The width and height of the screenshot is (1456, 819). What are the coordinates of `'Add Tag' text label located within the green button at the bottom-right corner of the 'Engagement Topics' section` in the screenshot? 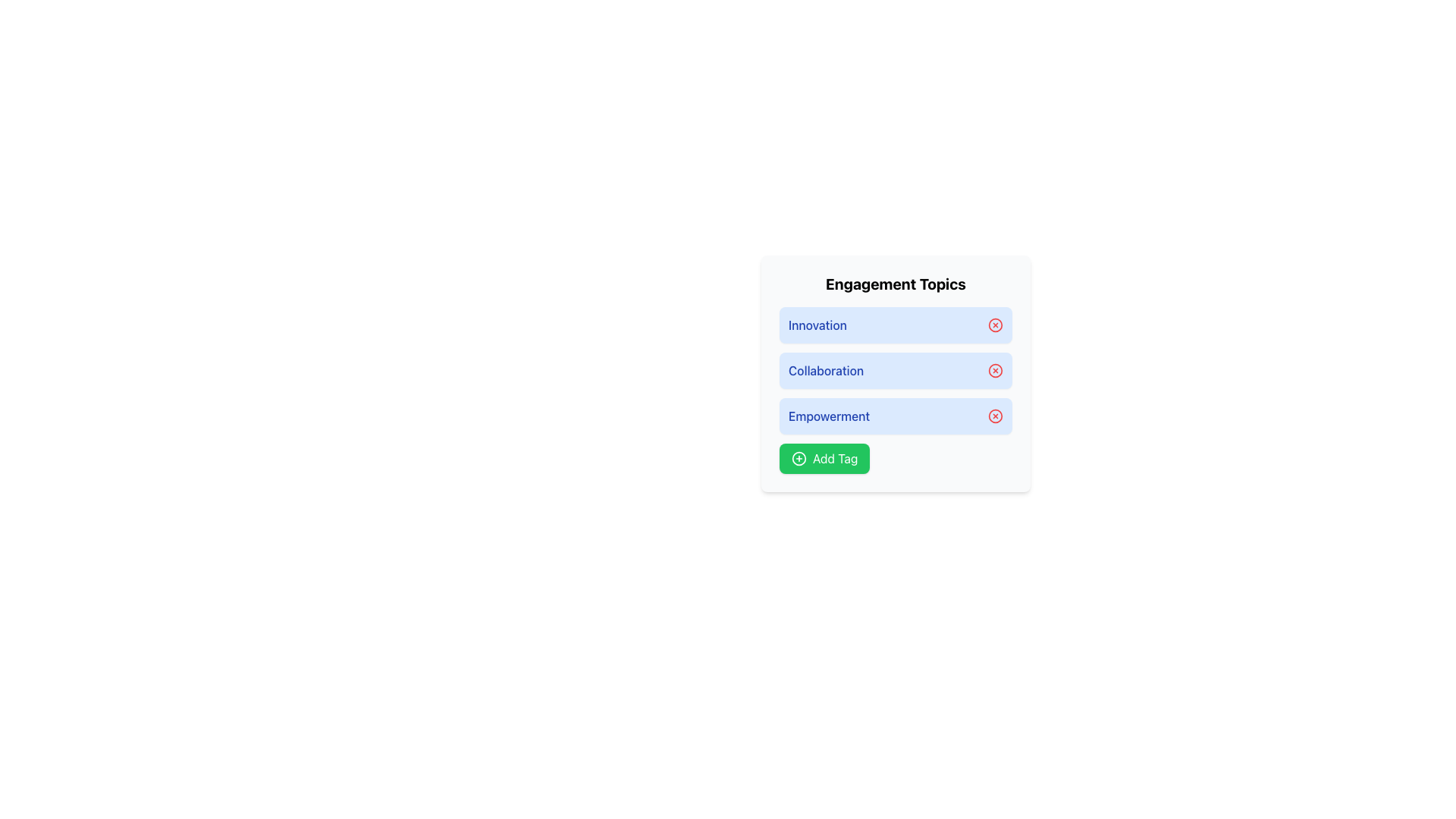 It's located at (834, 458).